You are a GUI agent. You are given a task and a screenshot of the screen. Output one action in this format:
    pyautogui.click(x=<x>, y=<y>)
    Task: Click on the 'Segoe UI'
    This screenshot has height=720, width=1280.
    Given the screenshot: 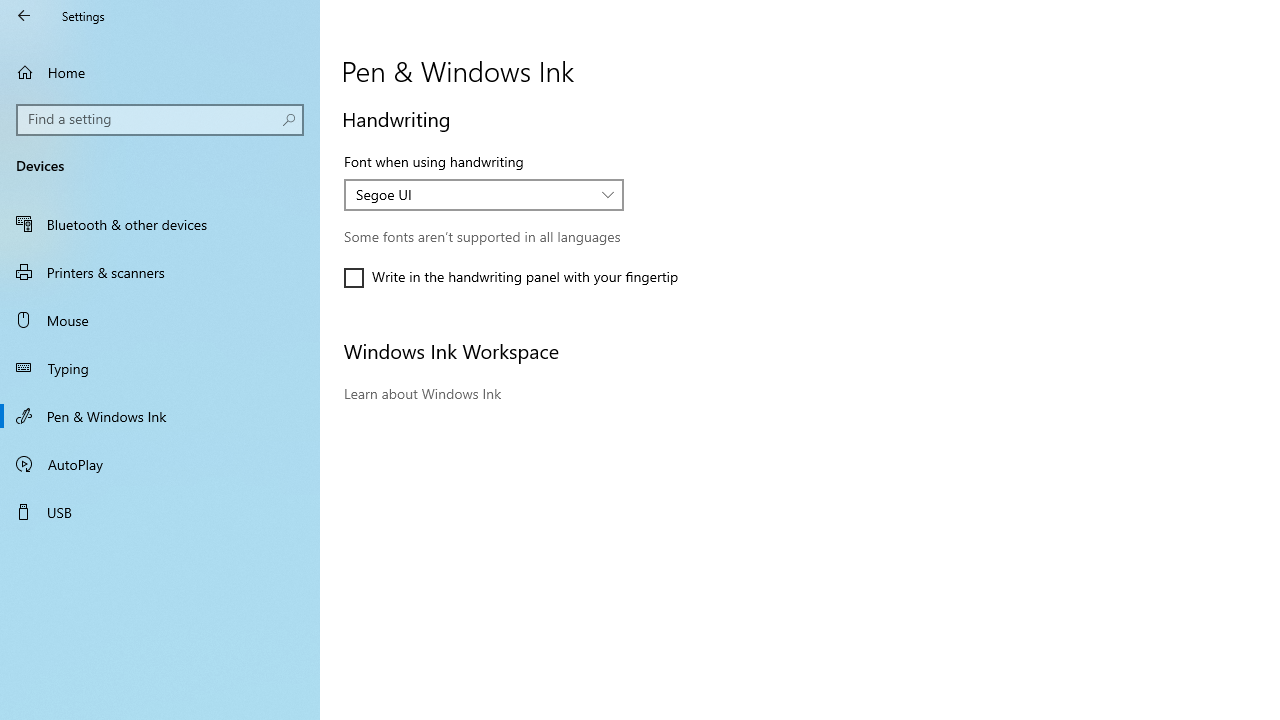 What is the action you would take?
    pyautogui.click(x=472, y=194)
    